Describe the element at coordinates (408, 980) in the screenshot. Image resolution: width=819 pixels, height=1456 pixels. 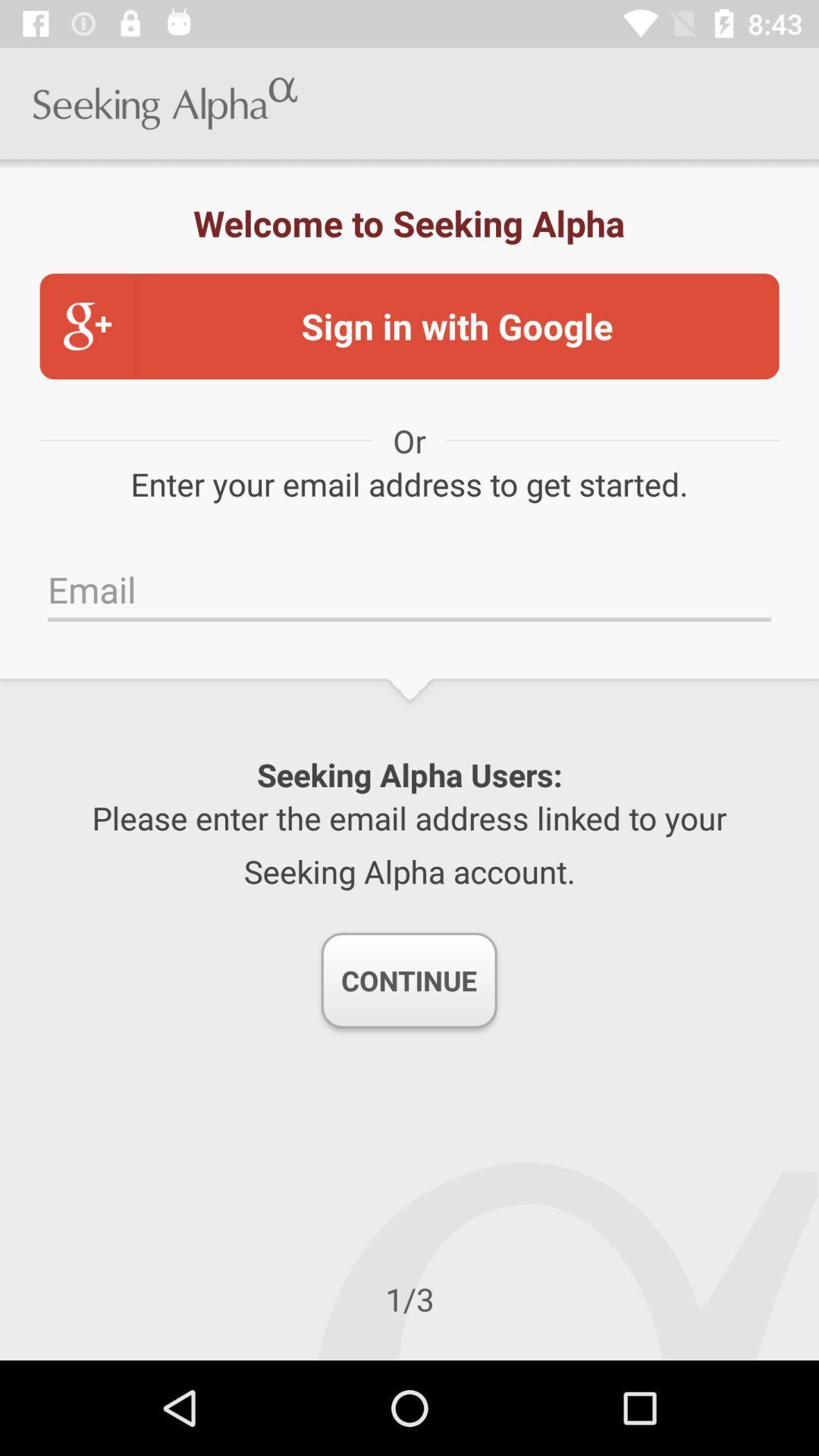
I see `the continue` at that location.